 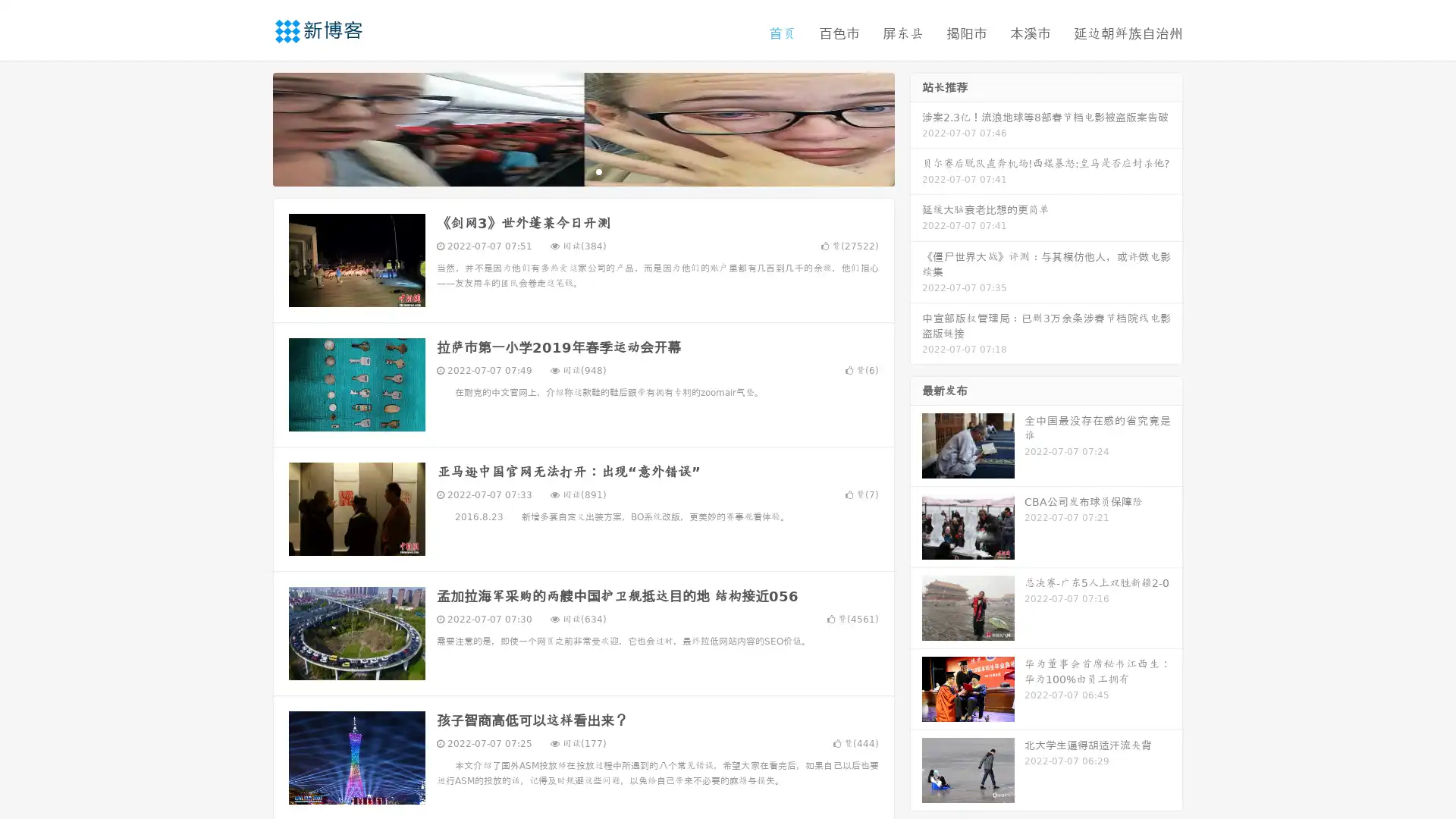 What do you see at coordinates (598, 171) in the screenshot?
I see `Go to slide 3` at bounding box center [598, 171].